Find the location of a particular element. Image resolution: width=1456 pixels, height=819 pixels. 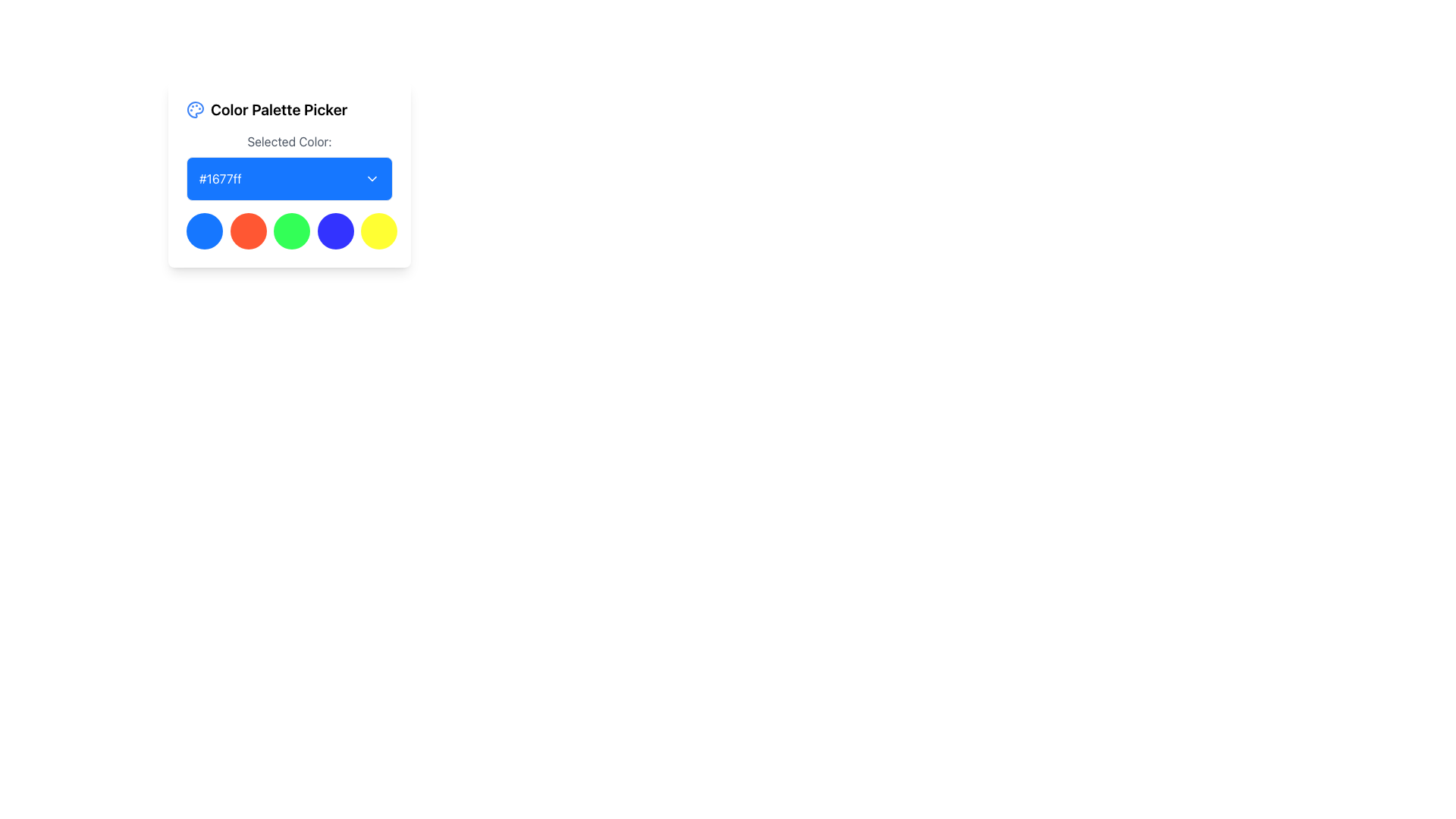

keyboard navigation is located at coordinates (334, 231).